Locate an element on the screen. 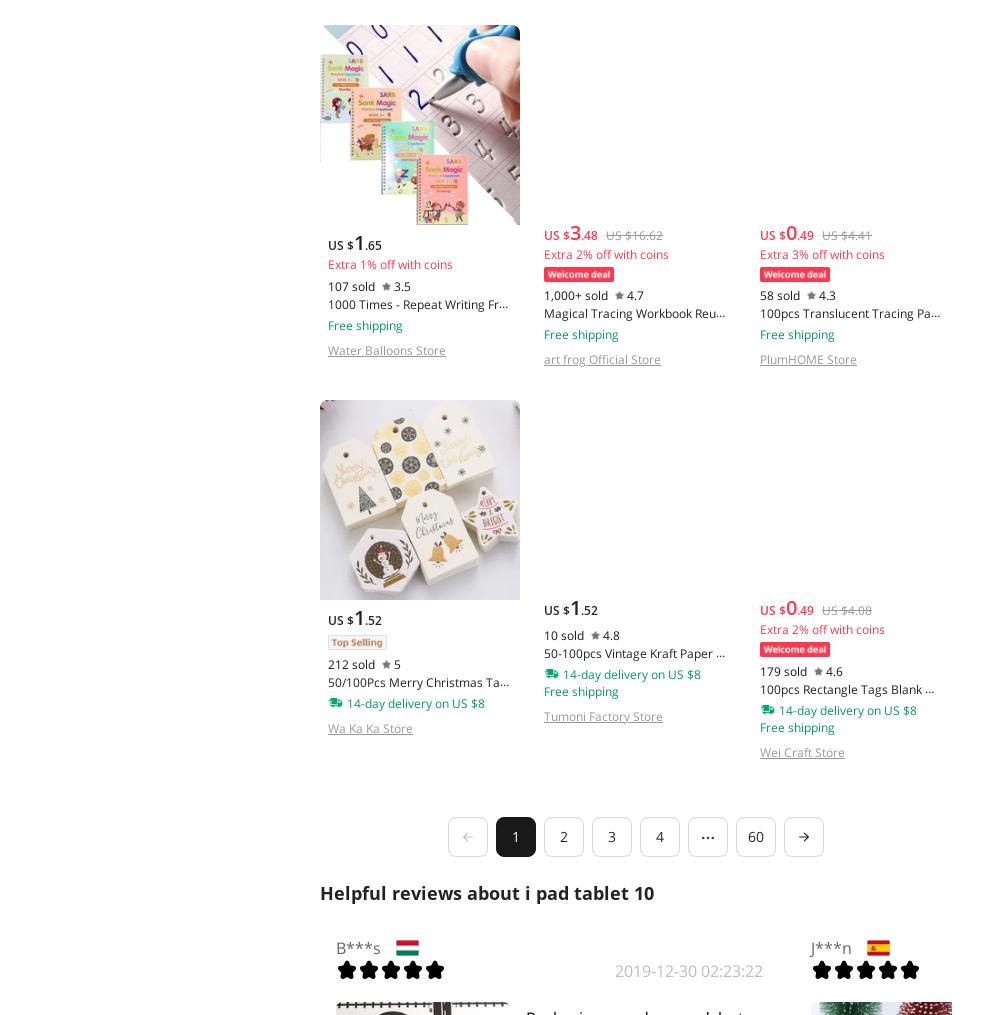 This screenshot has height=1015, width=1000. 'Wei Craft Store' is located at coordinates (801, 750).